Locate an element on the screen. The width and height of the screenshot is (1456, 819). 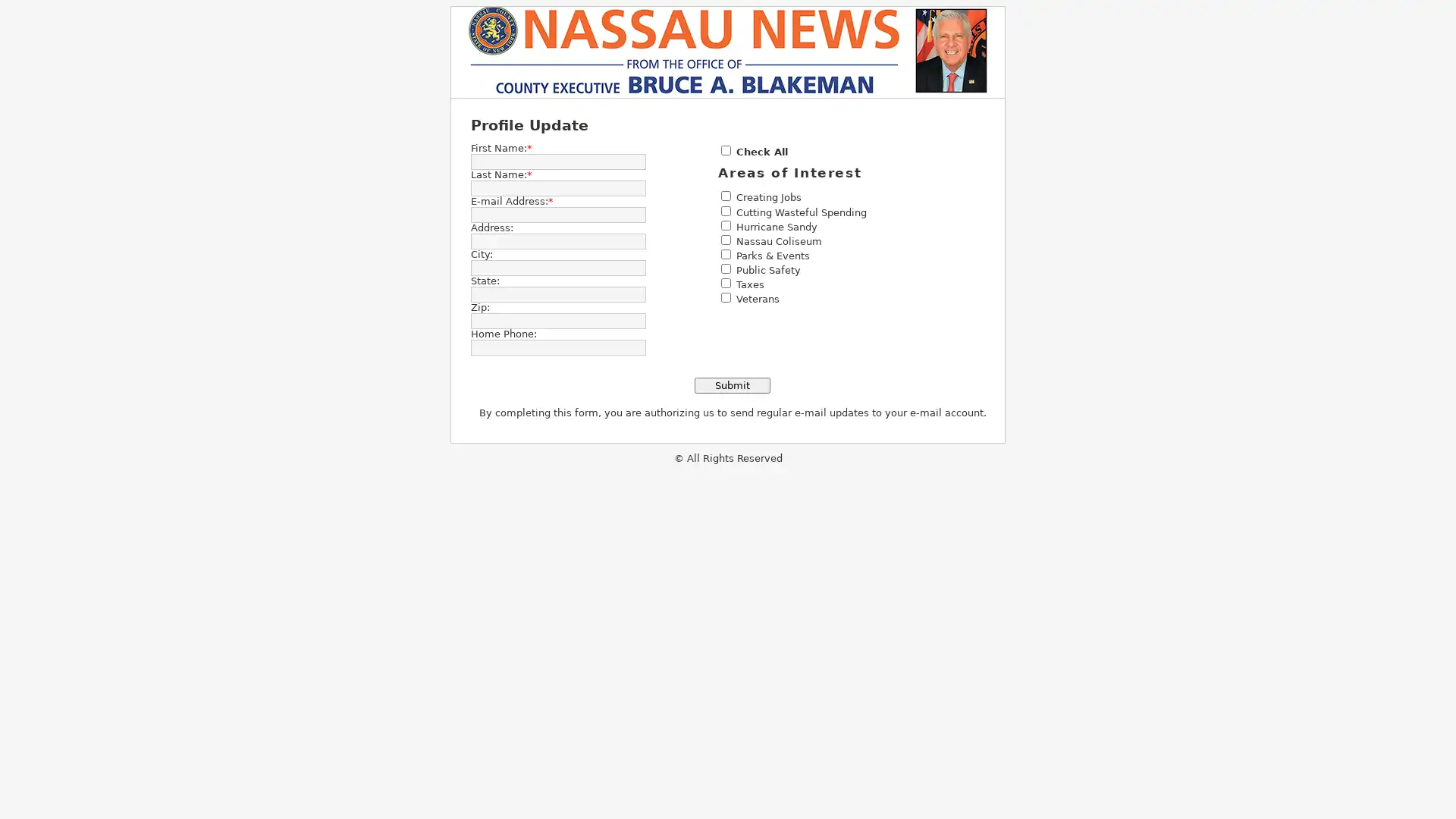
Submit is located at coordinates (732, 384).